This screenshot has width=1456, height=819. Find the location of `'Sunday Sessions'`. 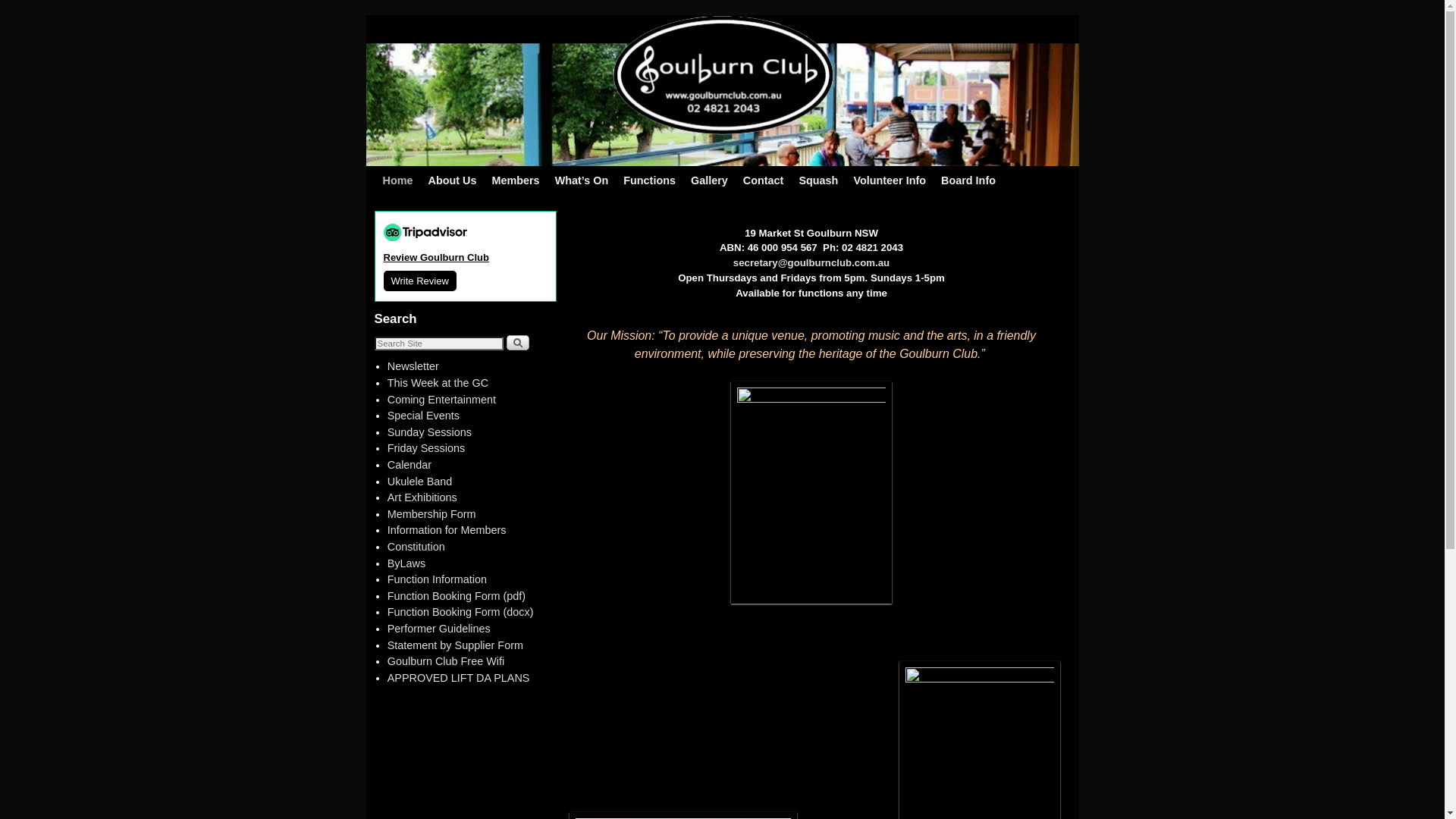

'Sunday Sessions' is located at coordinates (428, 432).